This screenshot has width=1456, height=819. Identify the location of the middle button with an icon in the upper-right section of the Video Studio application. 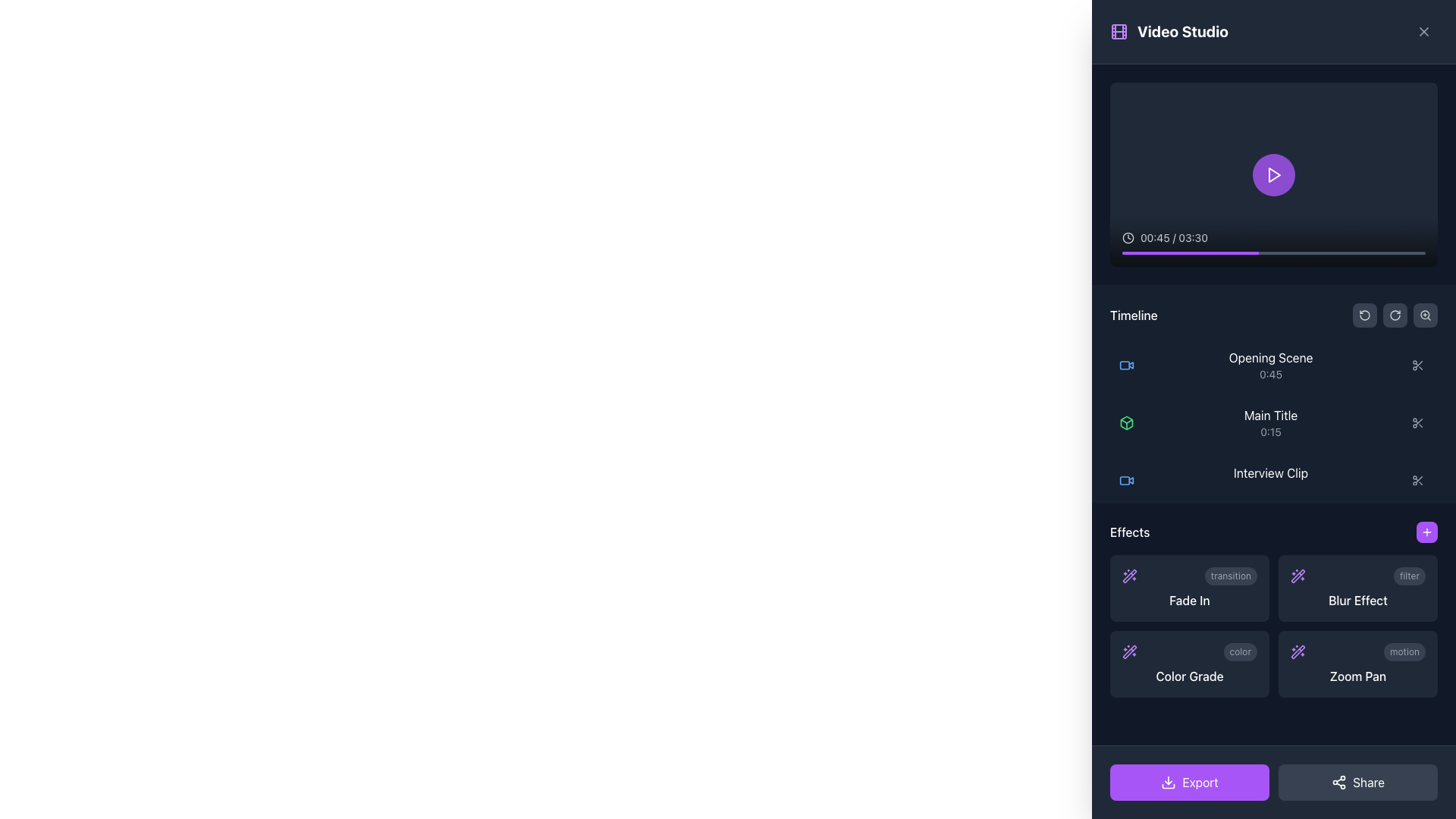
(1395, 315).